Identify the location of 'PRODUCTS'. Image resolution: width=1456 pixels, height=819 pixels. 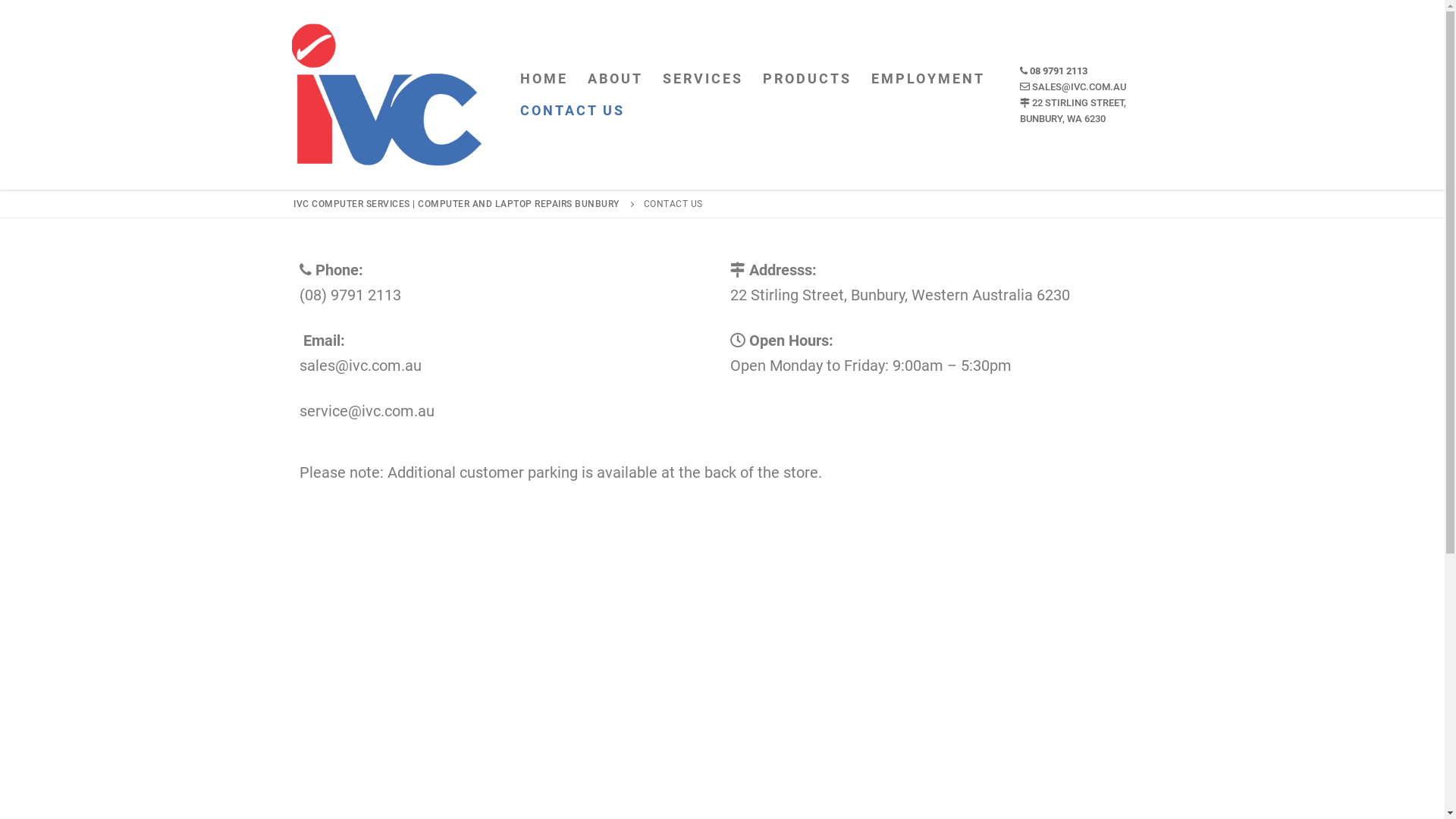
(805, 79).